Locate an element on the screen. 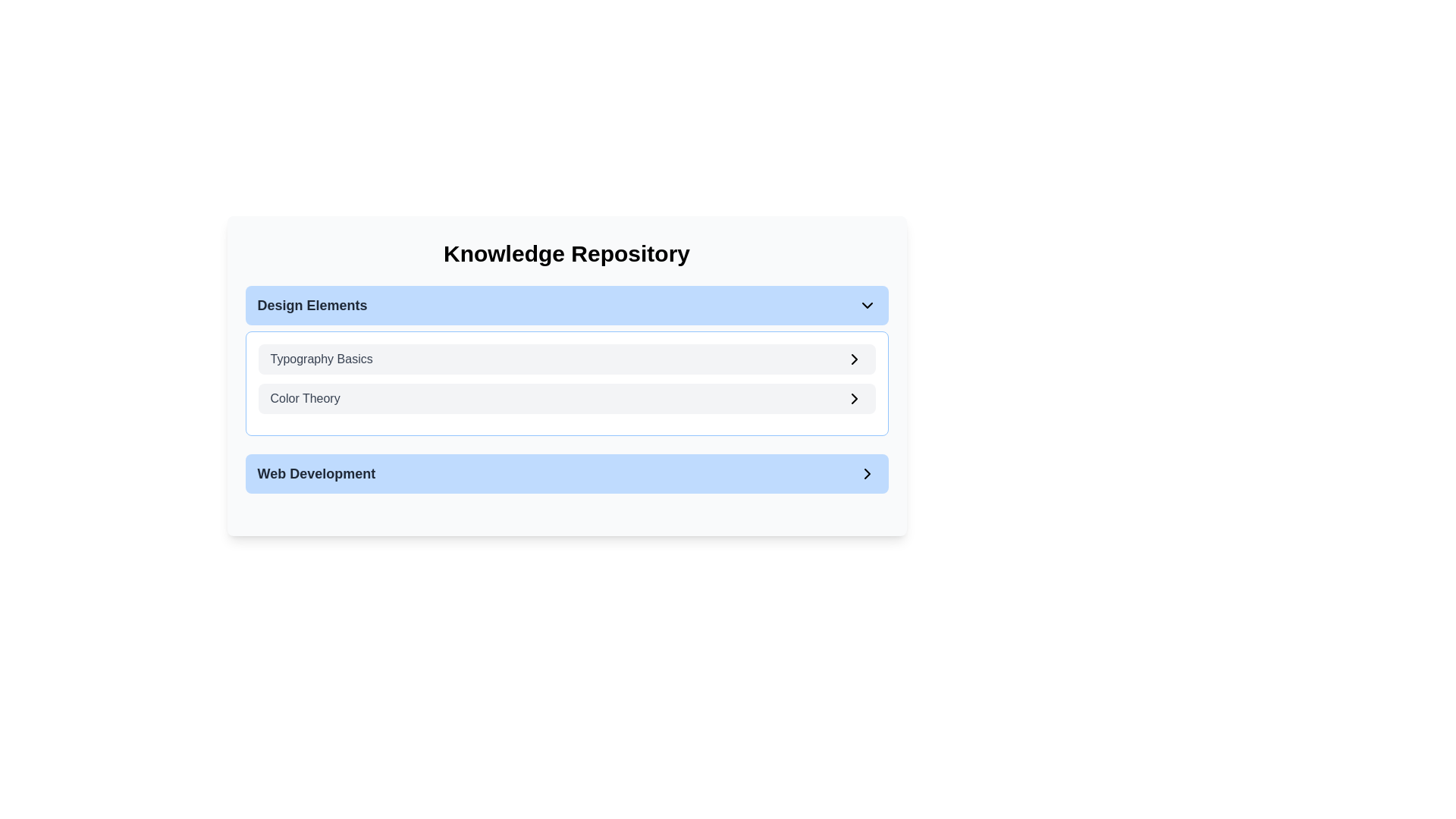 This screenshot has height=819, width=1456. the 'Color Theory' text label, which is the second item in the 'Design Elements' section is located at coordinates (304, 397).